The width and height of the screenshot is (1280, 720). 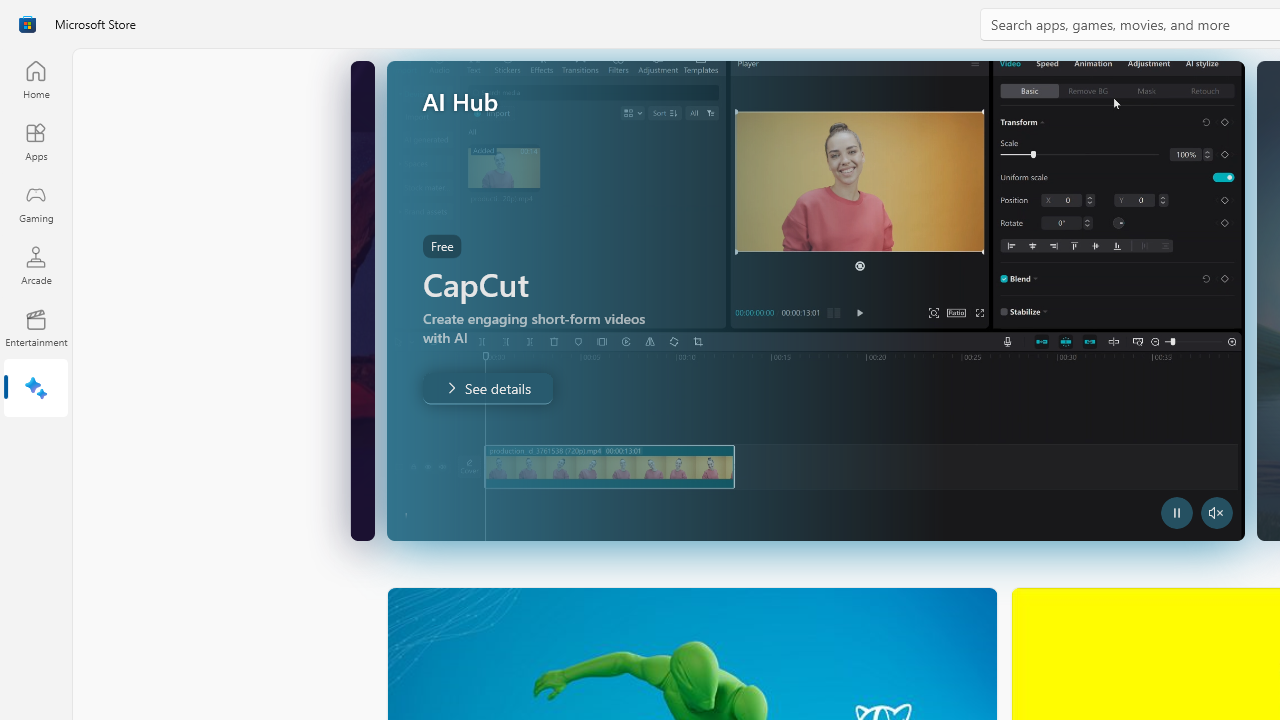 What do you see at coordinates (35, 326) in the screenshot?
I see `'Entertainment'` at bounding box center [35, 326].